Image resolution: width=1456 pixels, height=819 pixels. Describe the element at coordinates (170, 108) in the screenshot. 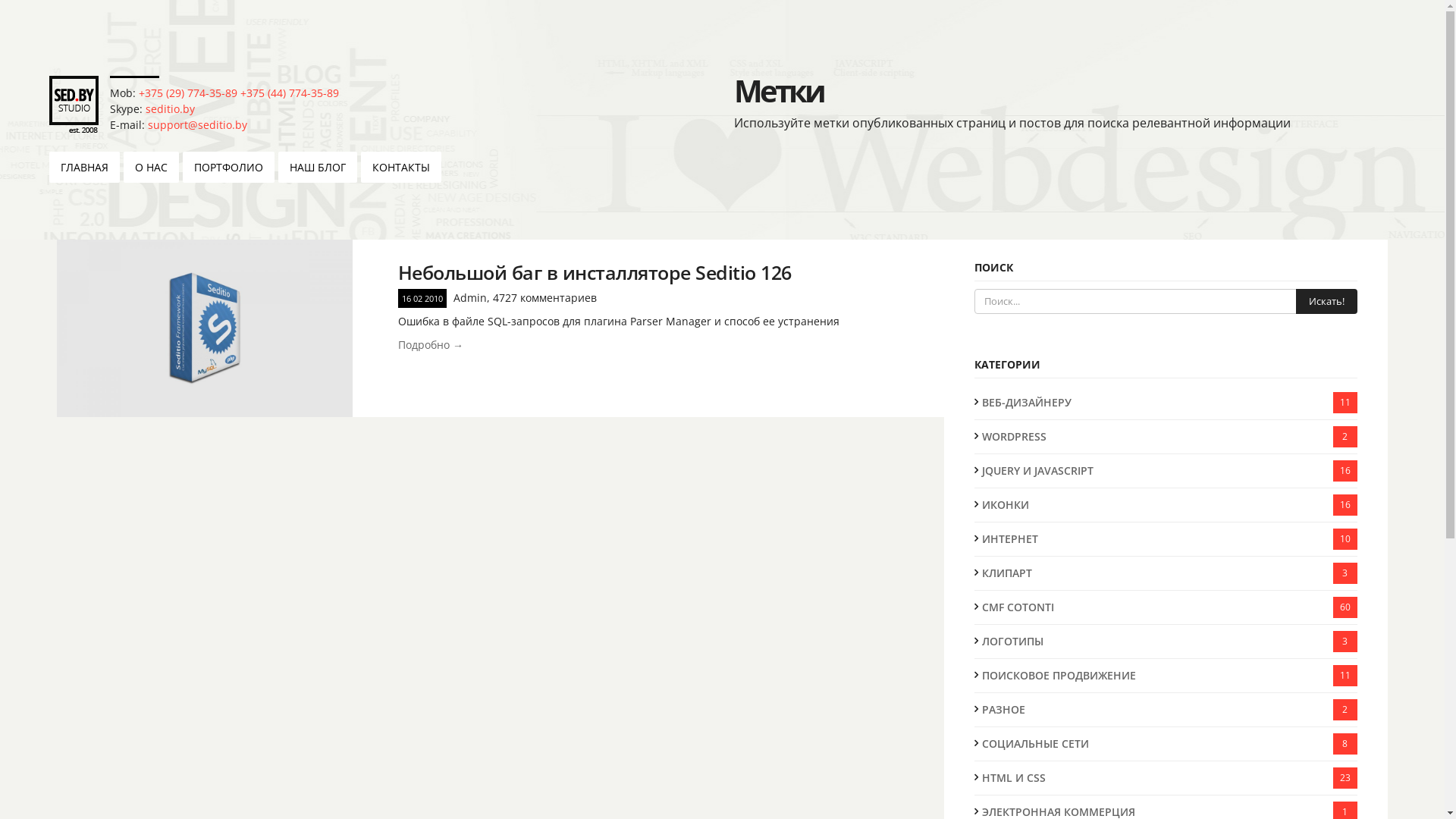

I see `'seditio.by'` at that location.